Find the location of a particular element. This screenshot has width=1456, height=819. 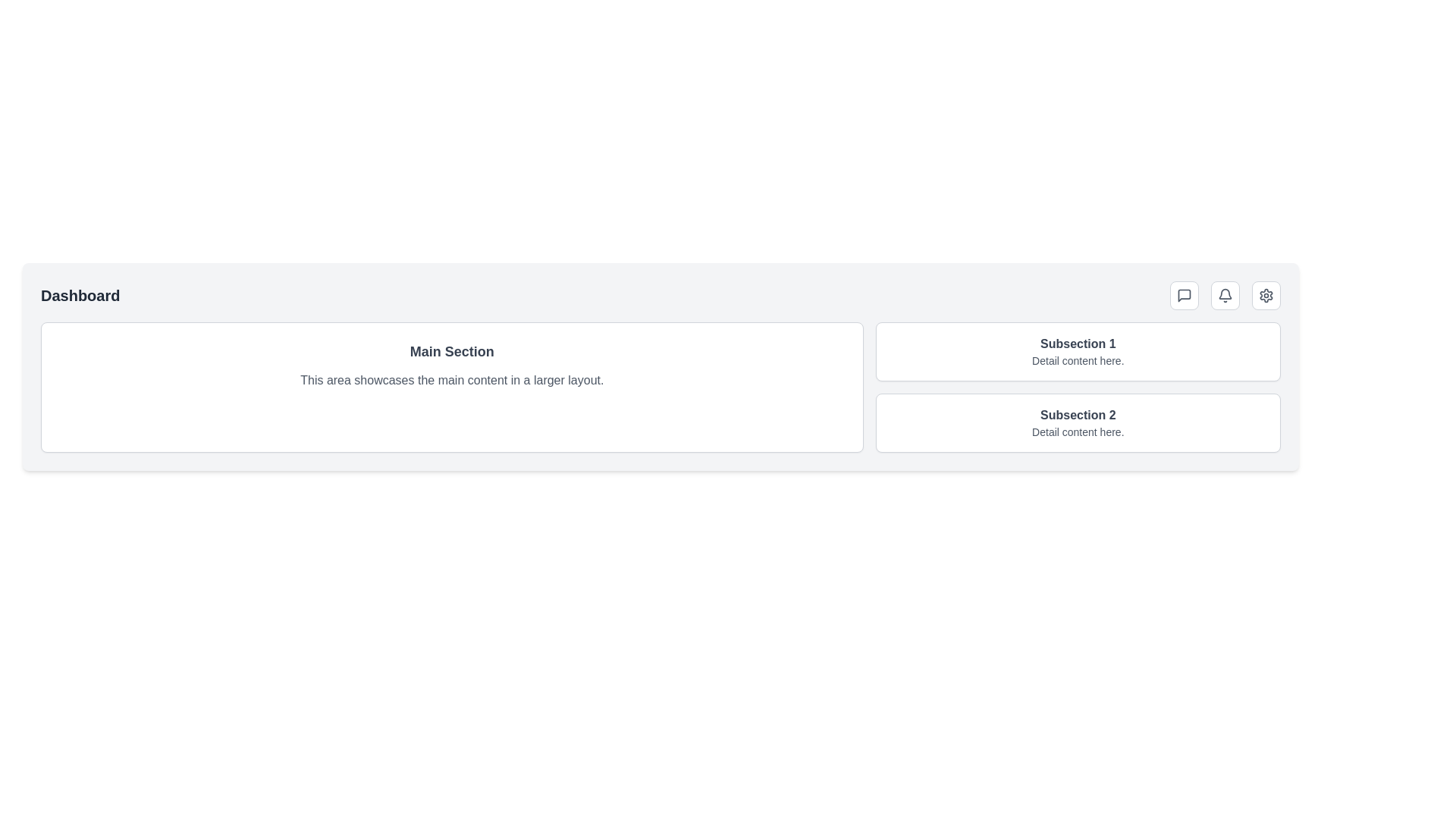

the text label displaying 'Dashboard', which is a prominently styled large and bold font located at the upper-left corner of the content area is located at coordinates (80, 295).